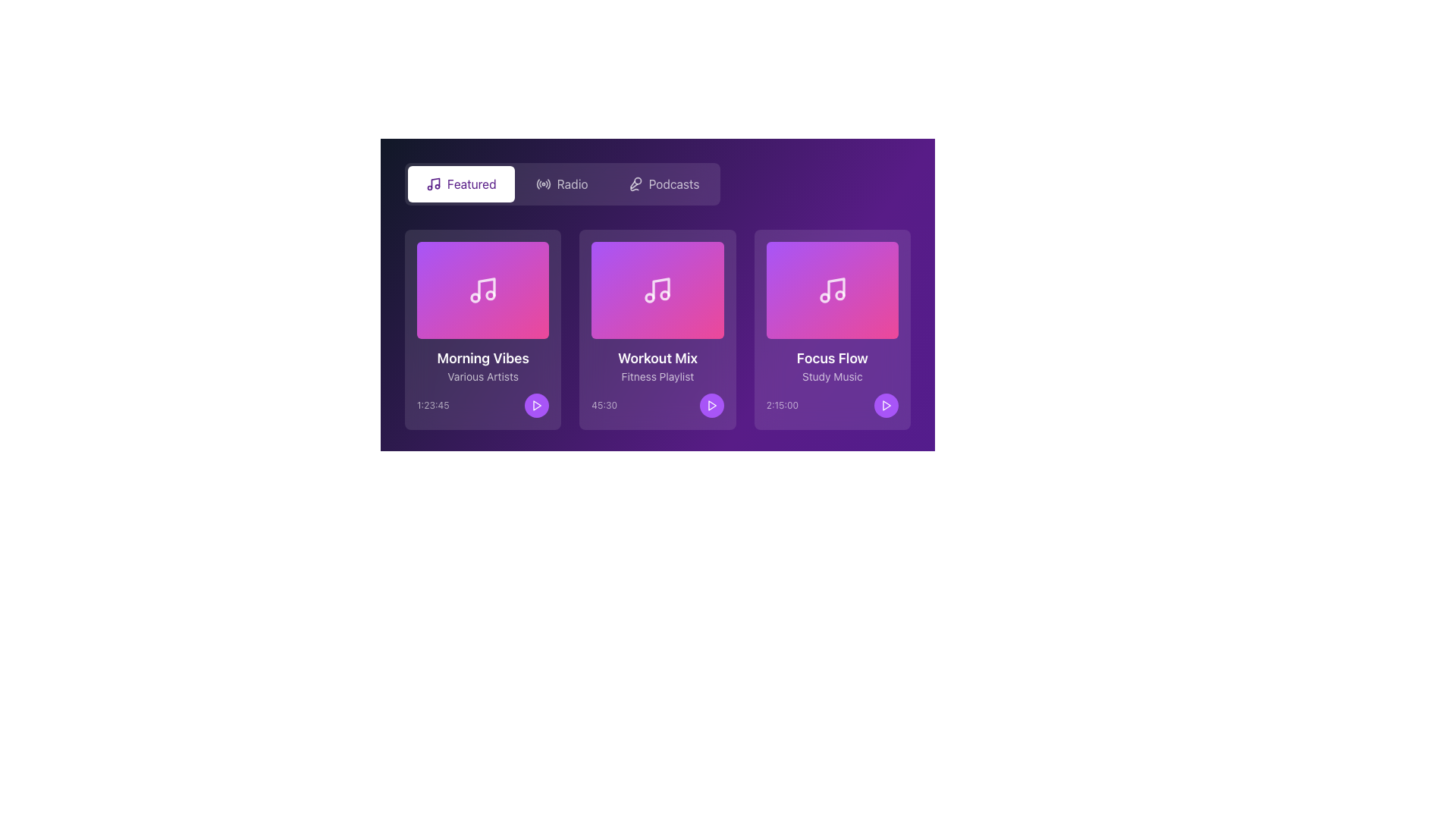  What do you see at coordinates (491, 295) in the screenshot?
I see `the small decorative SVG circle located at the top-right corner of the musical note icon within the 'Morning Vibes' card` at bounding box center [491, 295].